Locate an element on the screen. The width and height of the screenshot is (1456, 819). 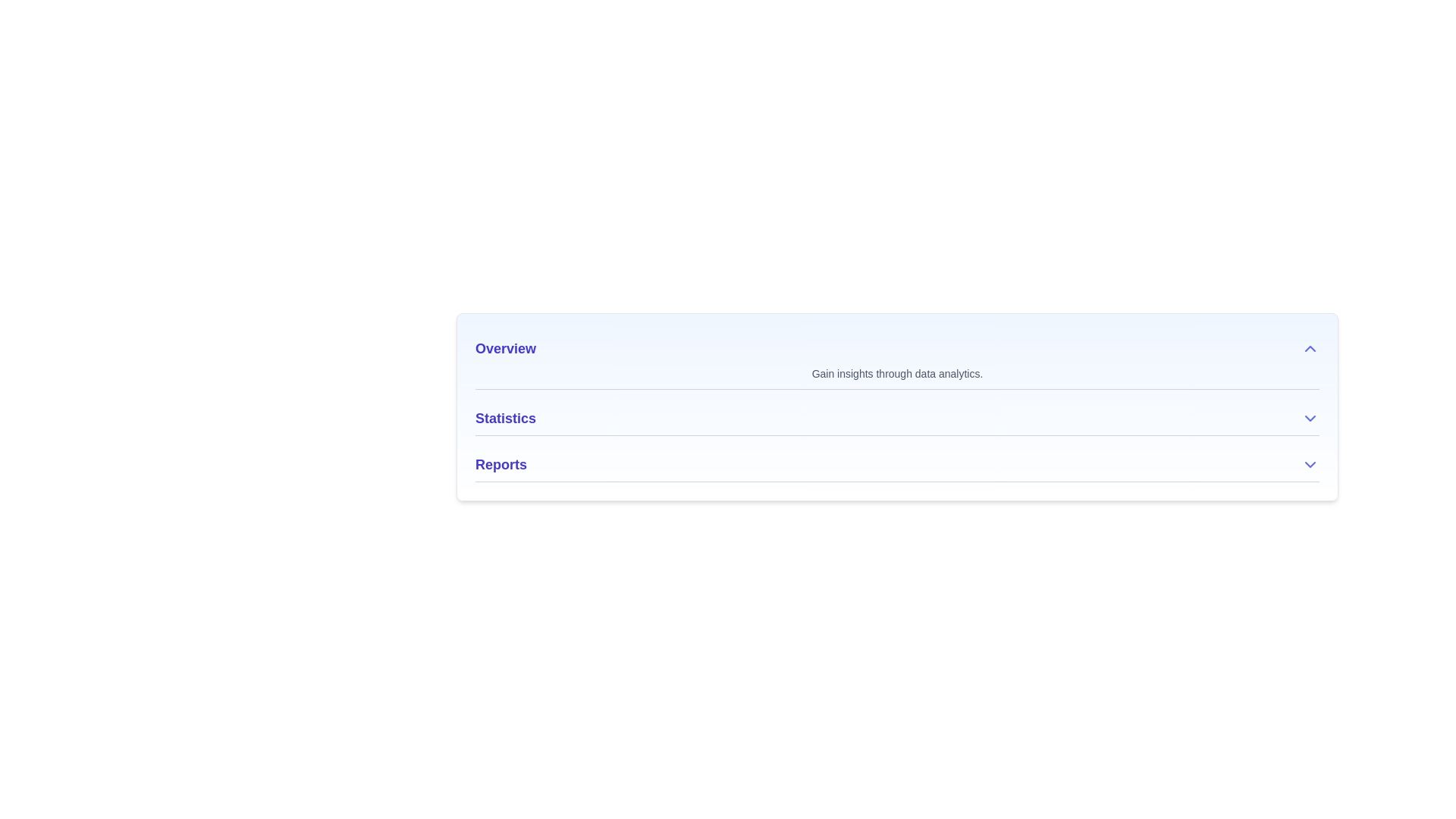
text label displaying 'Overview', which is bold and indigo colored, to understand the section's purpose is located at coordinates (506, 348).